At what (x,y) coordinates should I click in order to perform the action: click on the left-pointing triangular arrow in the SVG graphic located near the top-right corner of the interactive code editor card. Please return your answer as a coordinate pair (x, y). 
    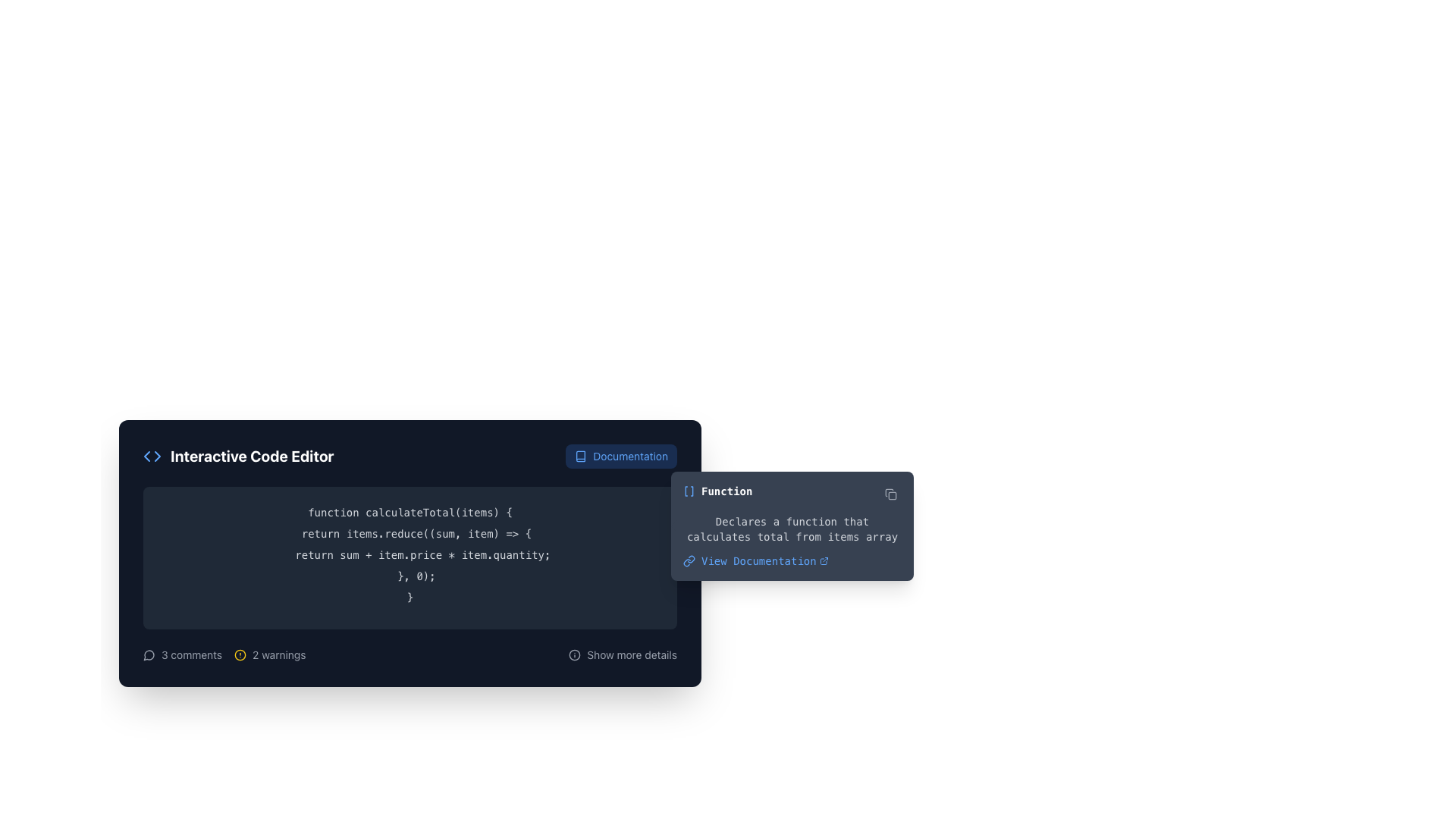
    Looking at the image, I should click on (146, 455).